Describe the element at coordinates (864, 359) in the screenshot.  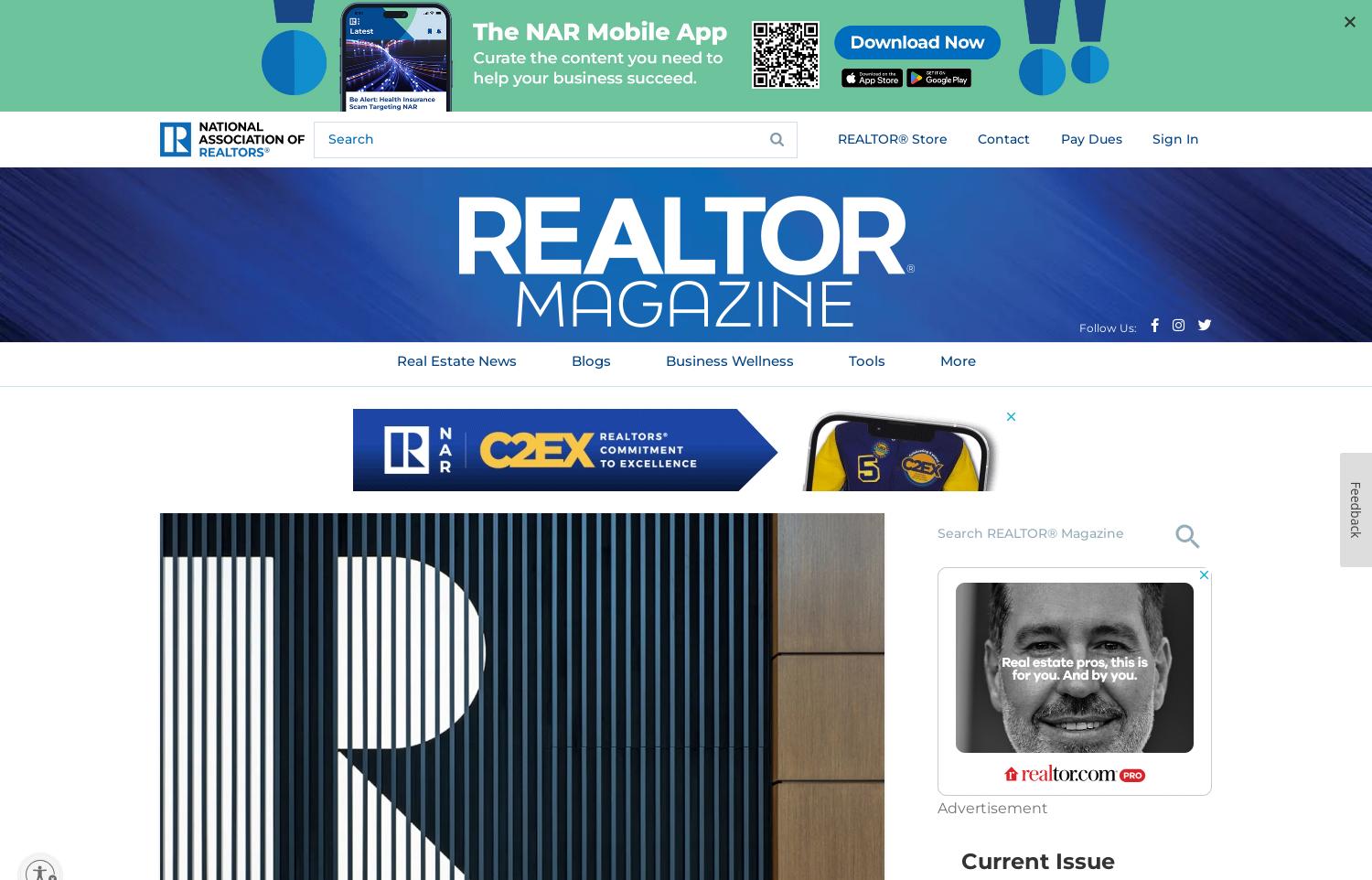
I see `'Tools'` at that location.